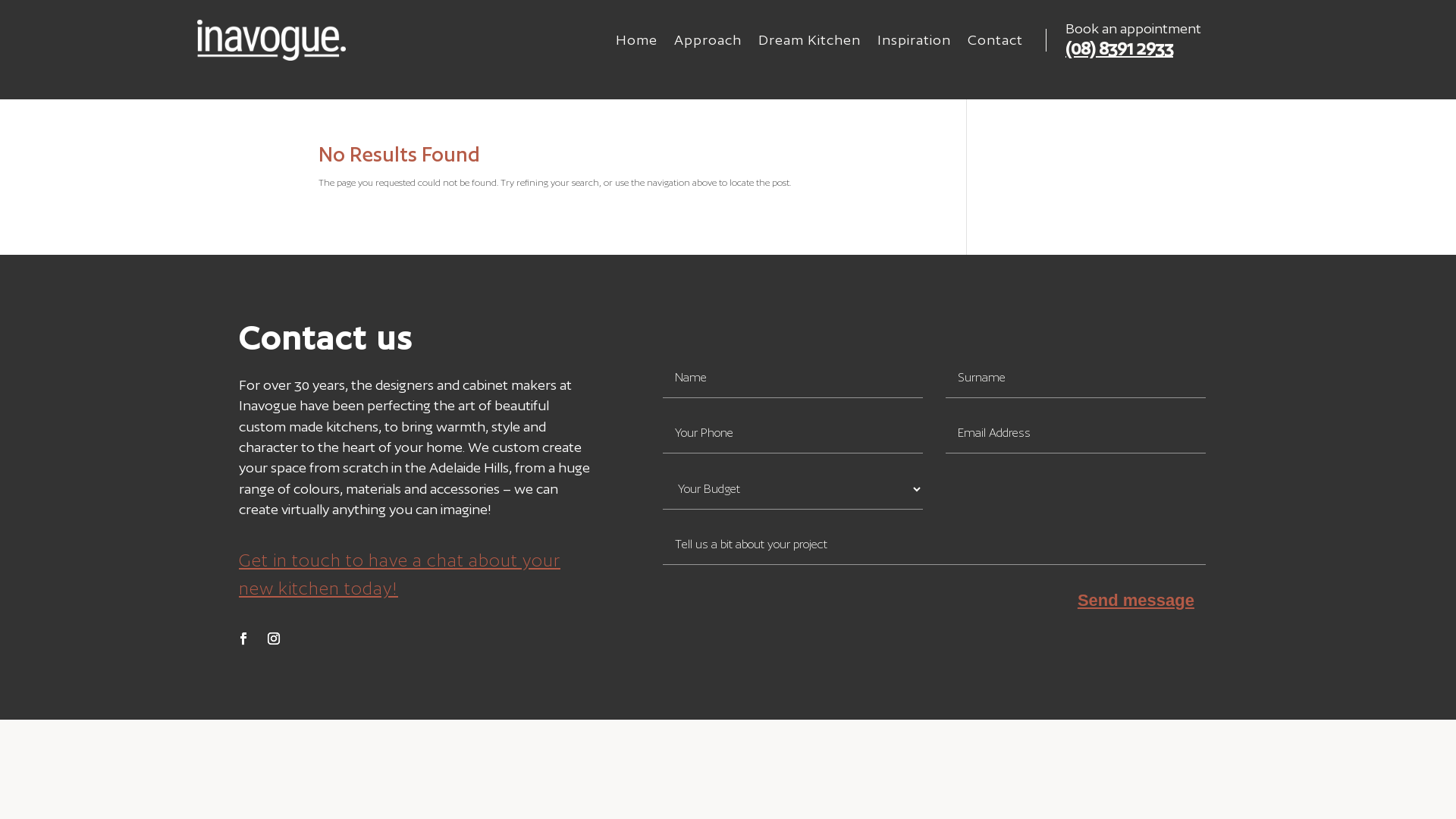 The height and width of the screenshot is (819, 1456). I want to click on 'Dream Kitchen', so click(808, 42).